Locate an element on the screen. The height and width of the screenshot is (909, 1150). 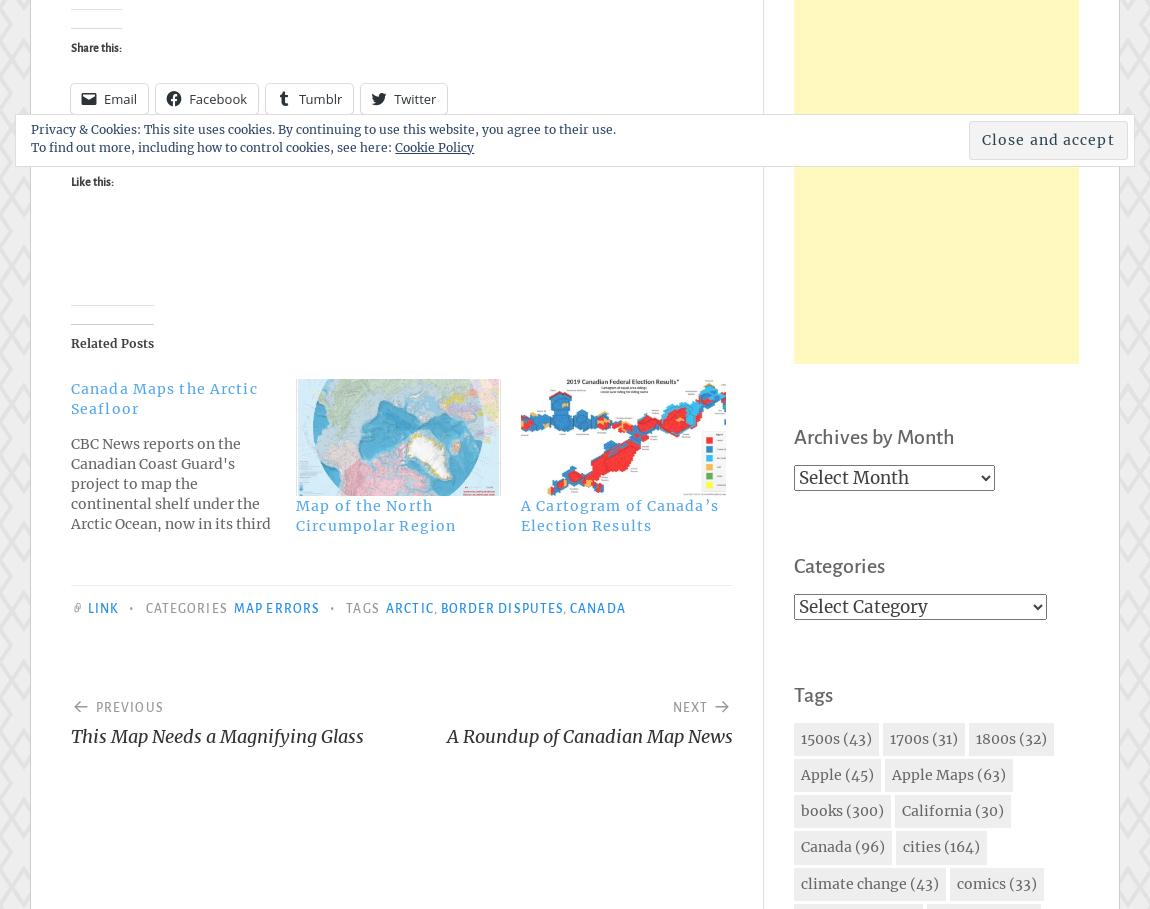
'Apple' is located at coordinates (820, 774).